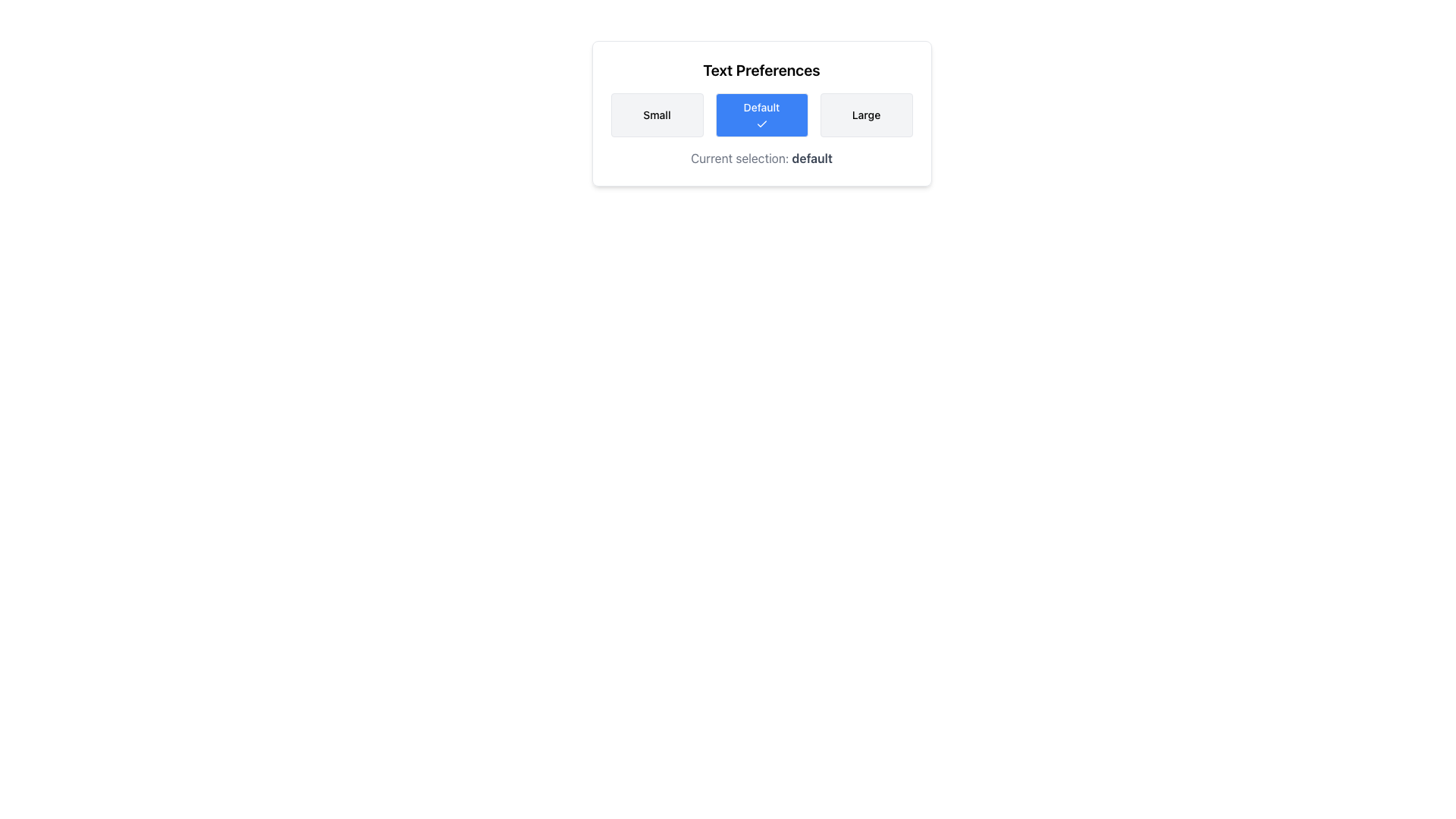  Describe the element at coordinates (811, 158) in the screenshot. I see `the static text element reading 'default', which is a bolded gray text located within the phrase 'Current selection: default'` at that location.